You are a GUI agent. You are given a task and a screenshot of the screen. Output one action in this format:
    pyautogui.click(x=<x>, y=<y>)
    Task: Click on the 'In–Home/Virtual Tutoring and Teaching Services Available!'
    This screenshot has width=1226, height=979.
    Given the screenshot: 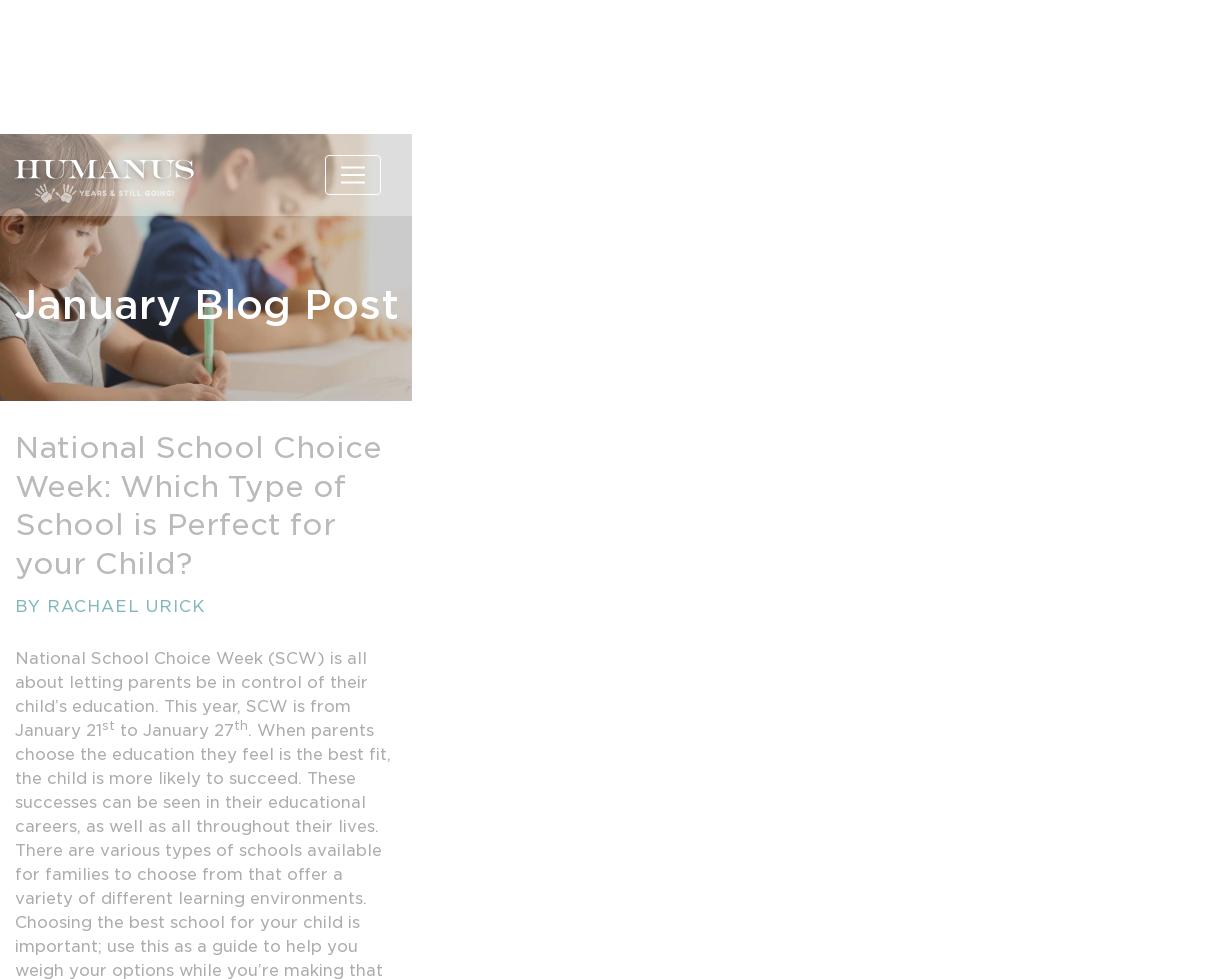 What is the action you would take?
    pyautogui.click(x=205, y=31)
    